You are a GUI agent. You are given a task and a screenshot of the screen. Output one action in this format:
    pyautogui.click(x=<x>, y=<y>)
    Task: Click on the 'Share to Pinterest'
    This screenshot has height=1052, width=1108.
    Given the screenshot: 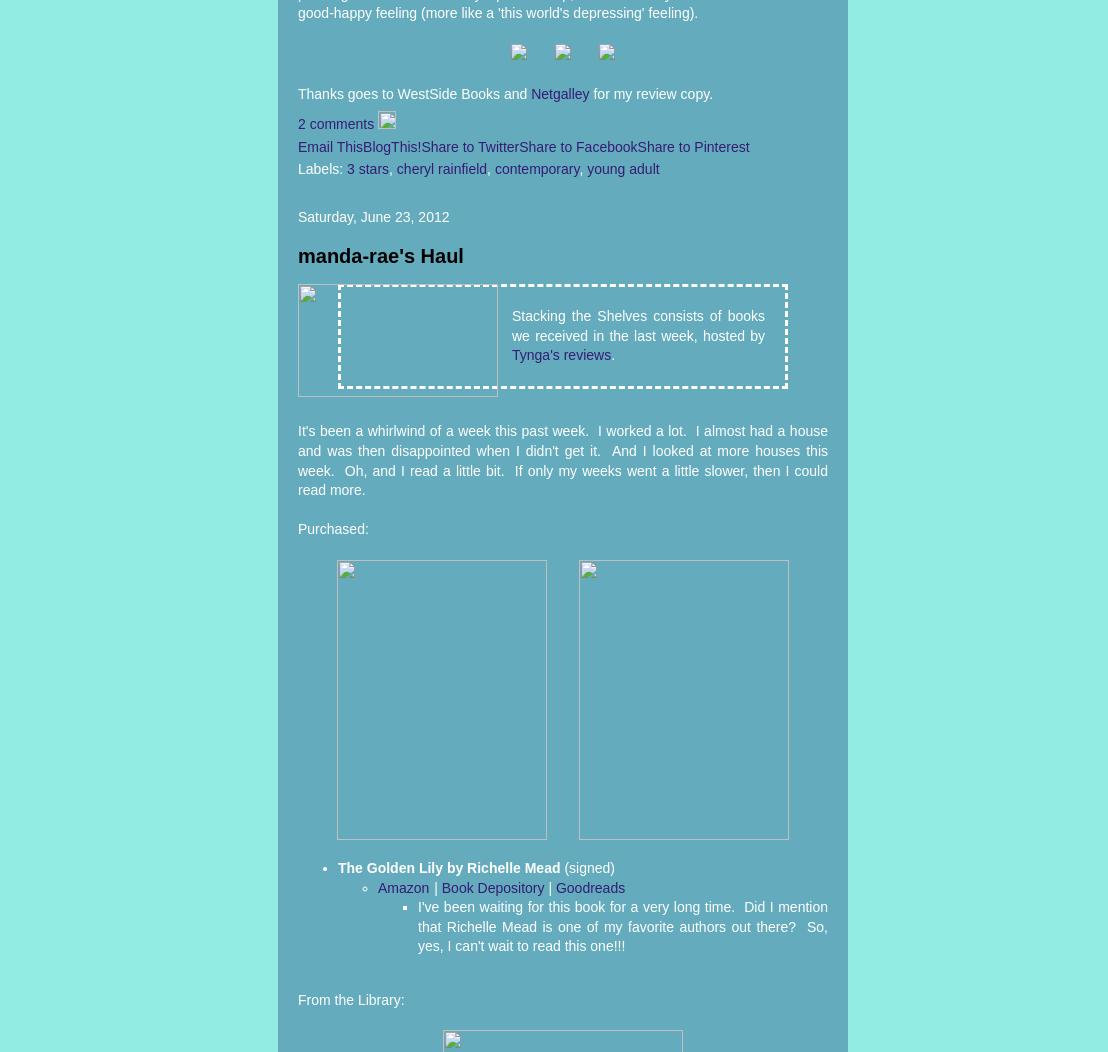 What is the action you would take?
    pyautogui.click(x=692, y=145)
    